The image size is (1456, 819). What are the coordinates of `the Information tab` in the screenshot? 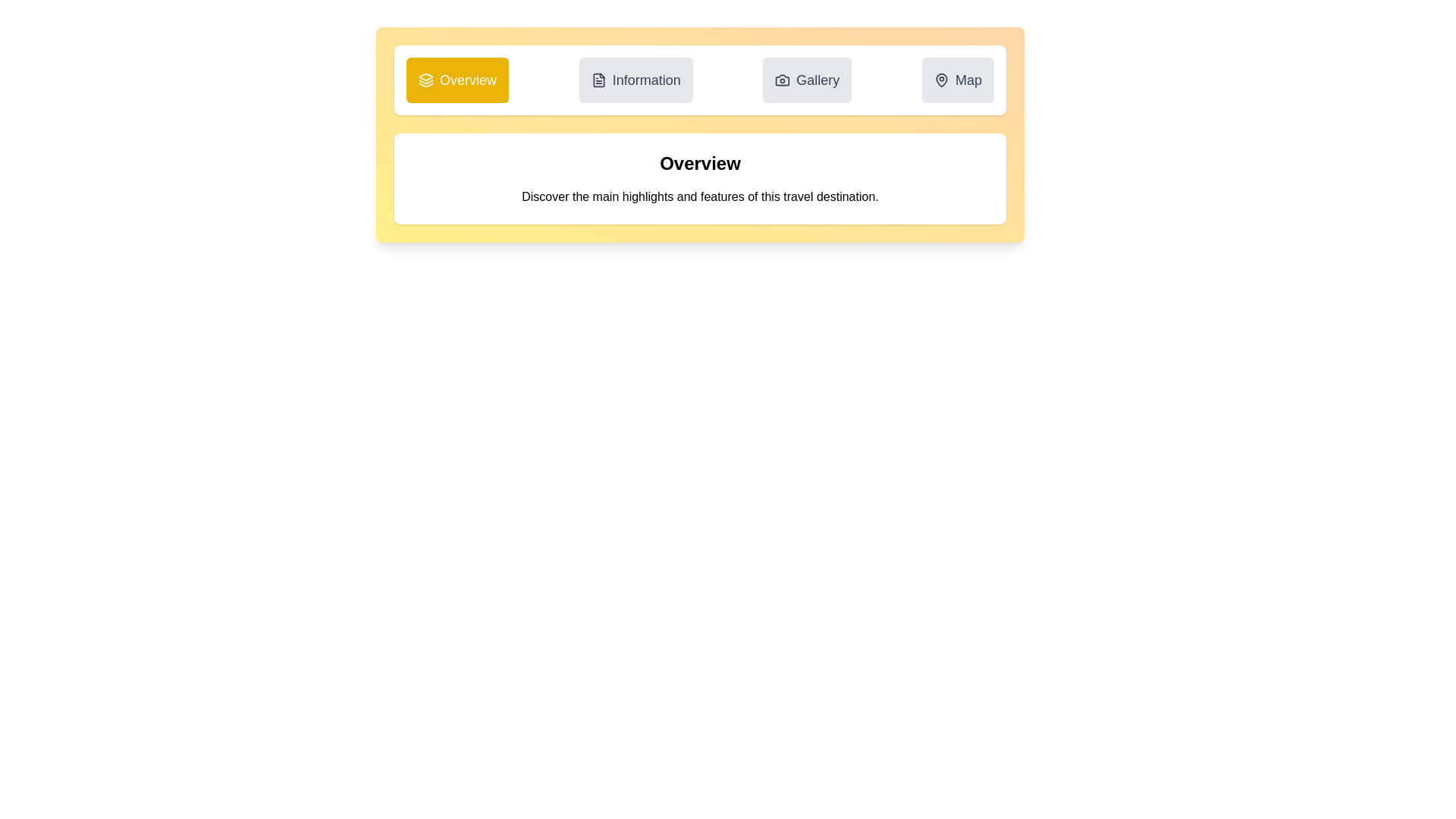 It's located at (635, 80).